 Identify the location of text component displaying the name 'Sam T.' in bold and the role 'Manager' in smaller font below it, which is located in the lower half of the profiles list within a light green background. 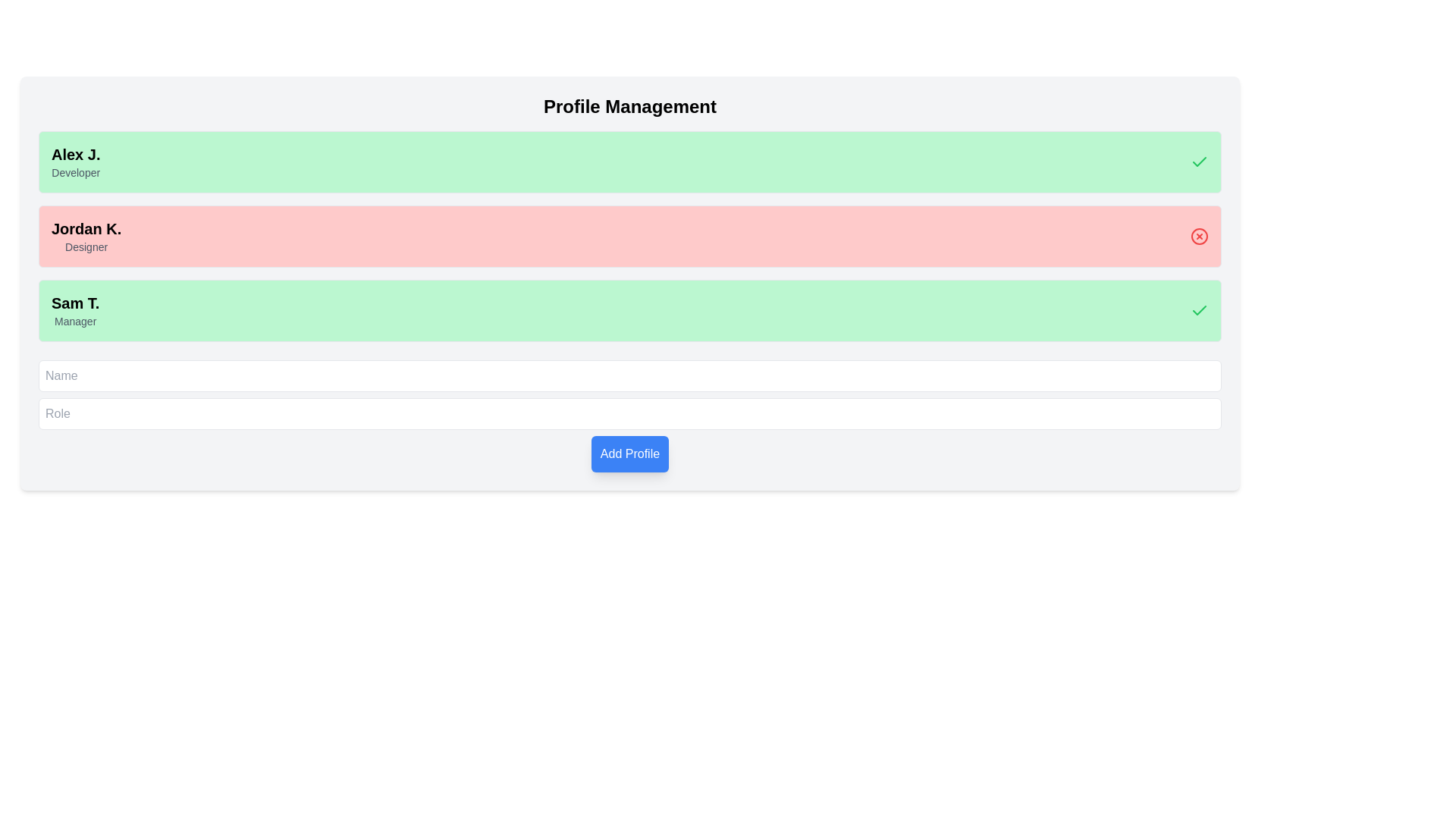
(74, 309).